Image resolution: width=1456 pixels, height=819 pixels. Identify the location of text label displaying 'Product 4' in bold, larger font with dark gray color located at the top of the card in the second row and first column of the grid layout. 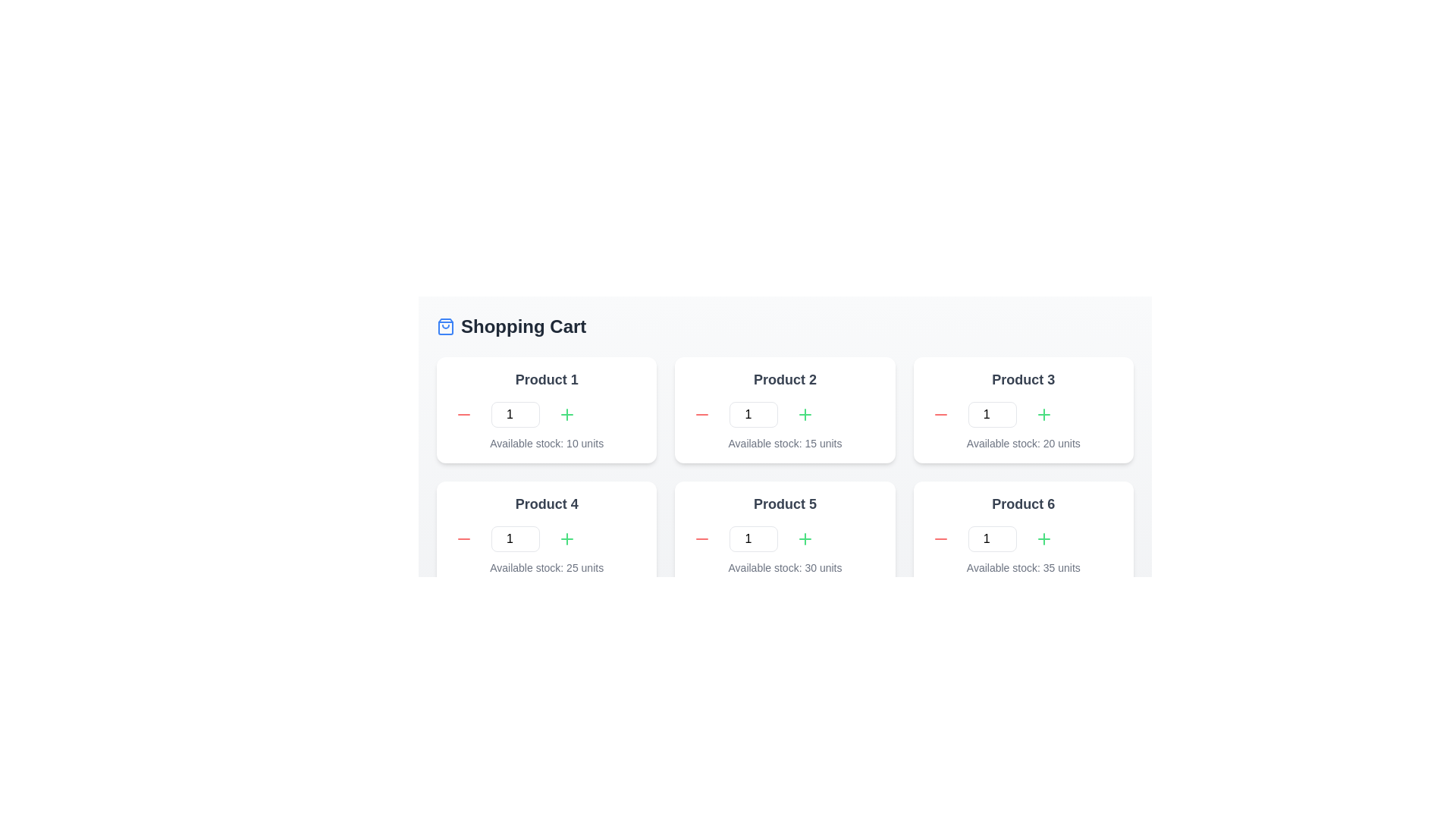
(546, 504).